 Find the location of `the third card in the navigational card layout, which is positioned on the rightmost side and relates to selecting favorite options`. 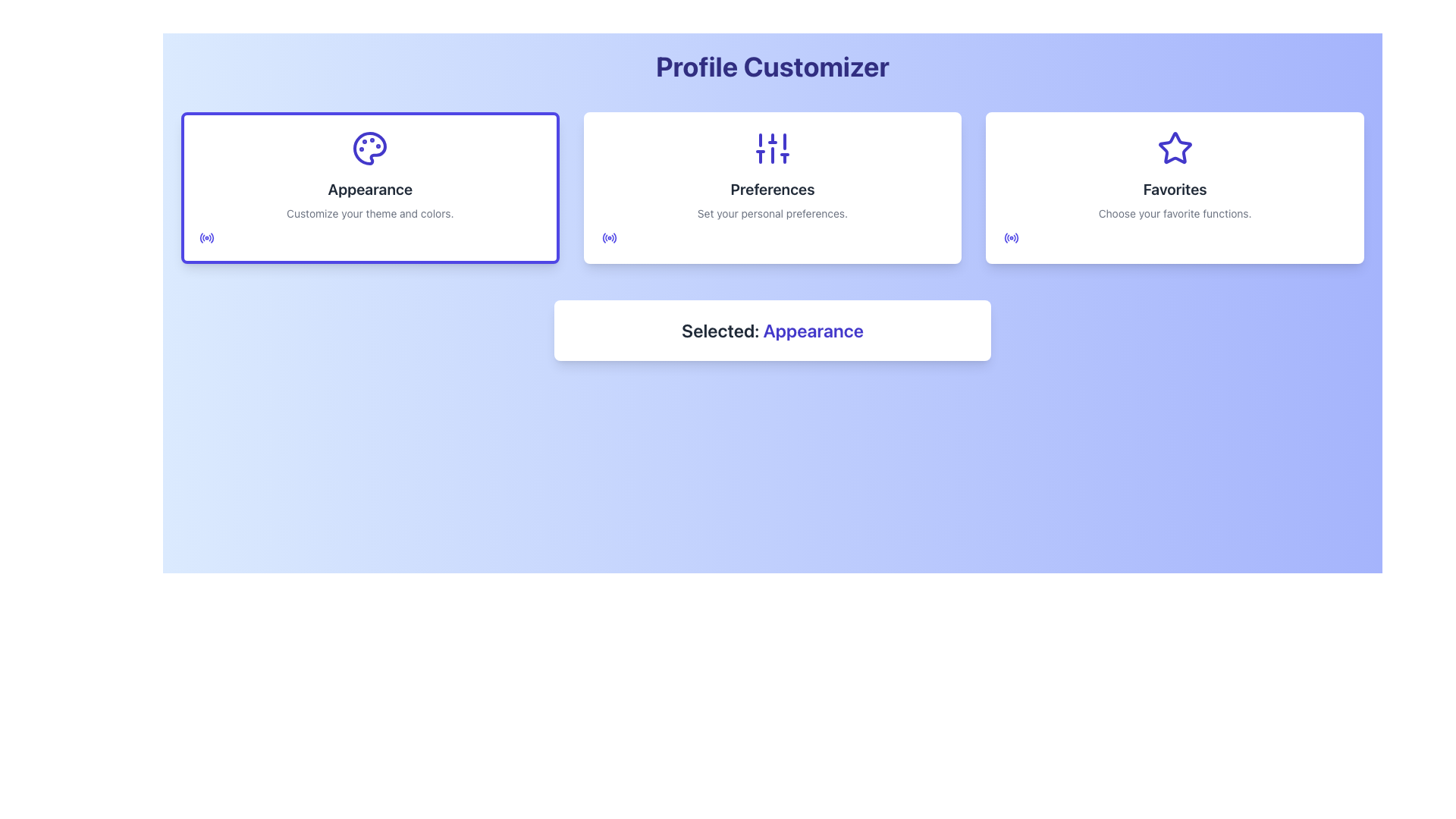

the third card in the navigational card layout, which is positioned on the rightmost side and relates to selecting favorite options is located at coordinates (1174, 187).